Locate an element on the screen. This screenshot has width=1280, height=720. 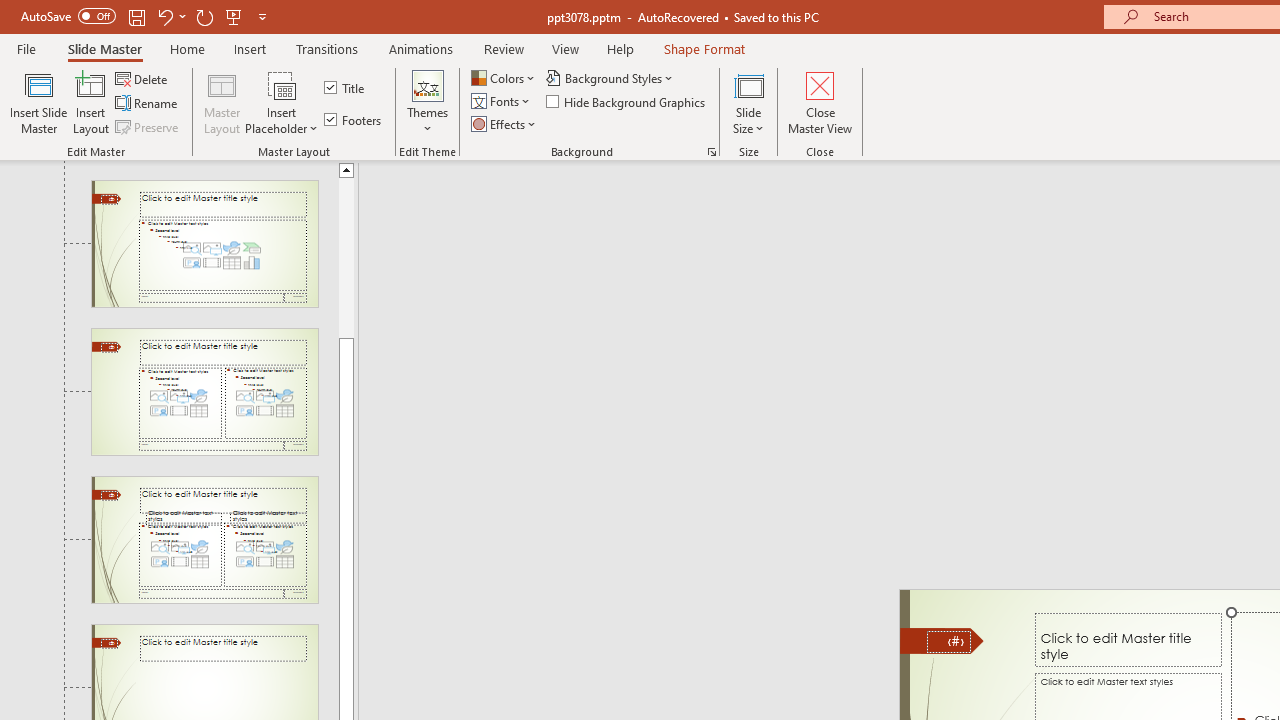
'Delete' is located at coordinates (142, 78).